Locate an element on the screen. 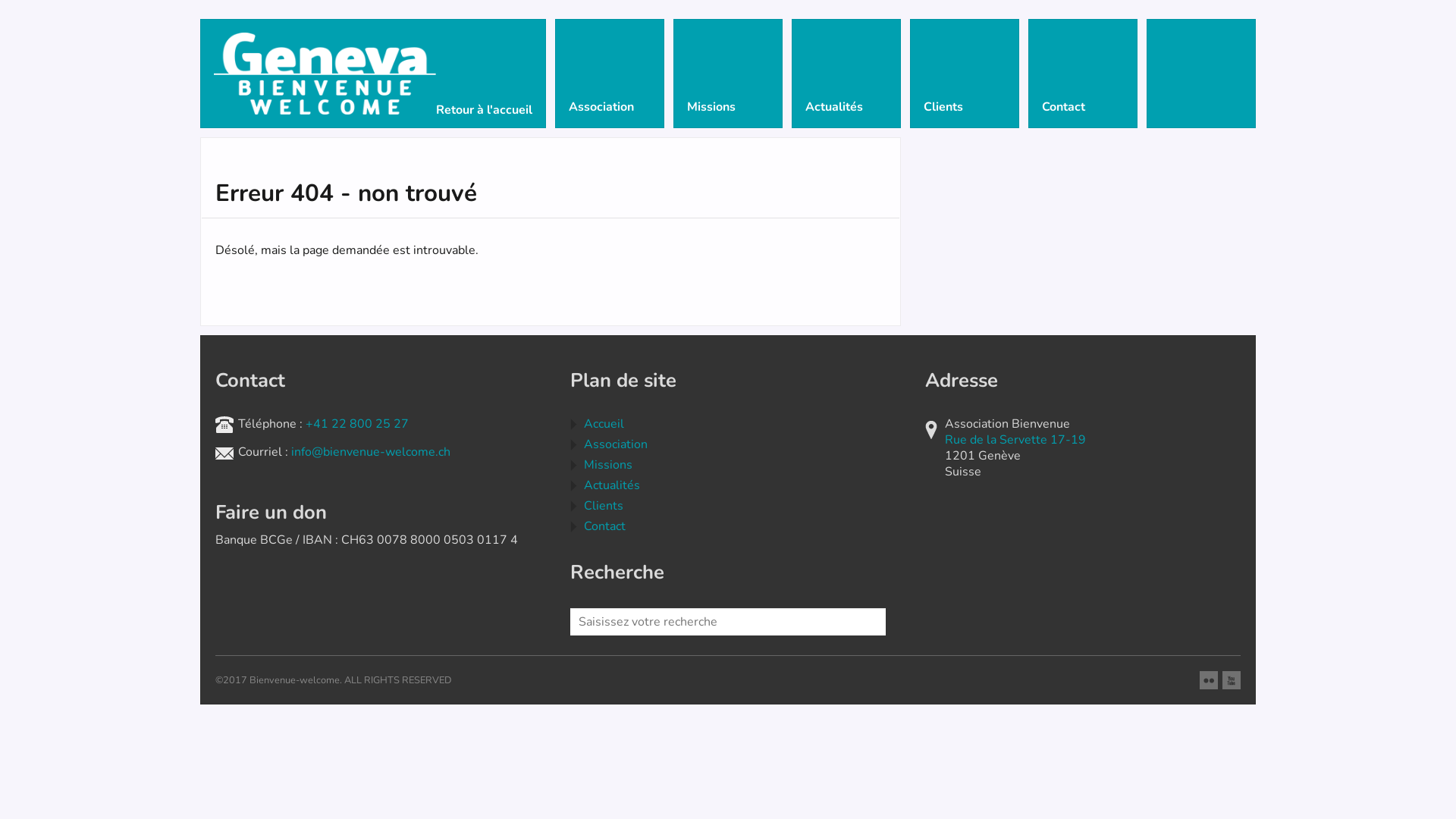  'info@bienvenue-welcome.ch' is located at coordinates (371, 451).